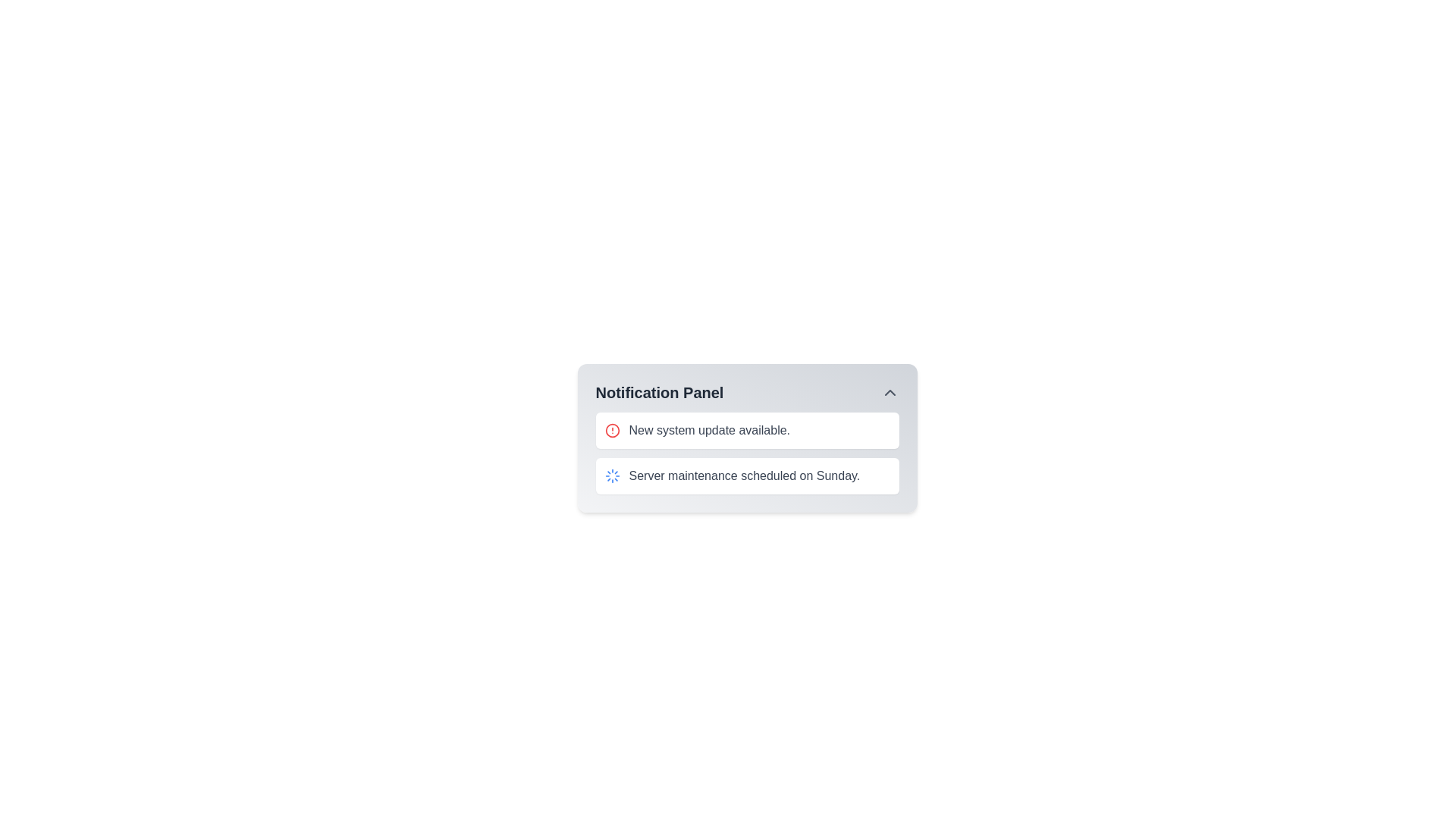 The image size is (1456, 819). I want to click on the alert icon indicating a notification for 'New system update available.', so click(612, 430).